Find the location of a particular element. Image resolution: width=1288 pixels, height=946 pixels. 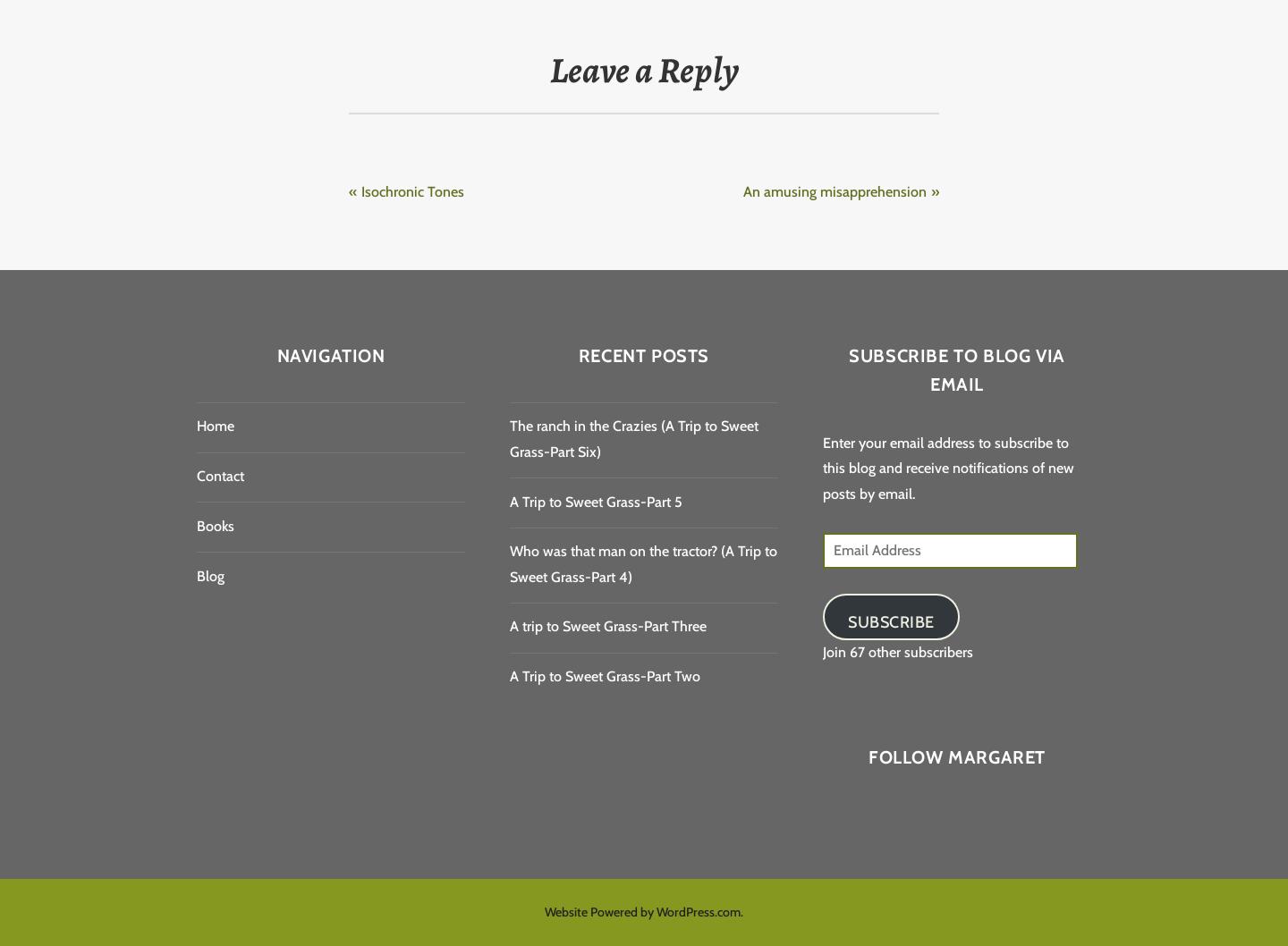

'A trip to Sweet Grass-Part Three' is located at coordinates (607, 625).